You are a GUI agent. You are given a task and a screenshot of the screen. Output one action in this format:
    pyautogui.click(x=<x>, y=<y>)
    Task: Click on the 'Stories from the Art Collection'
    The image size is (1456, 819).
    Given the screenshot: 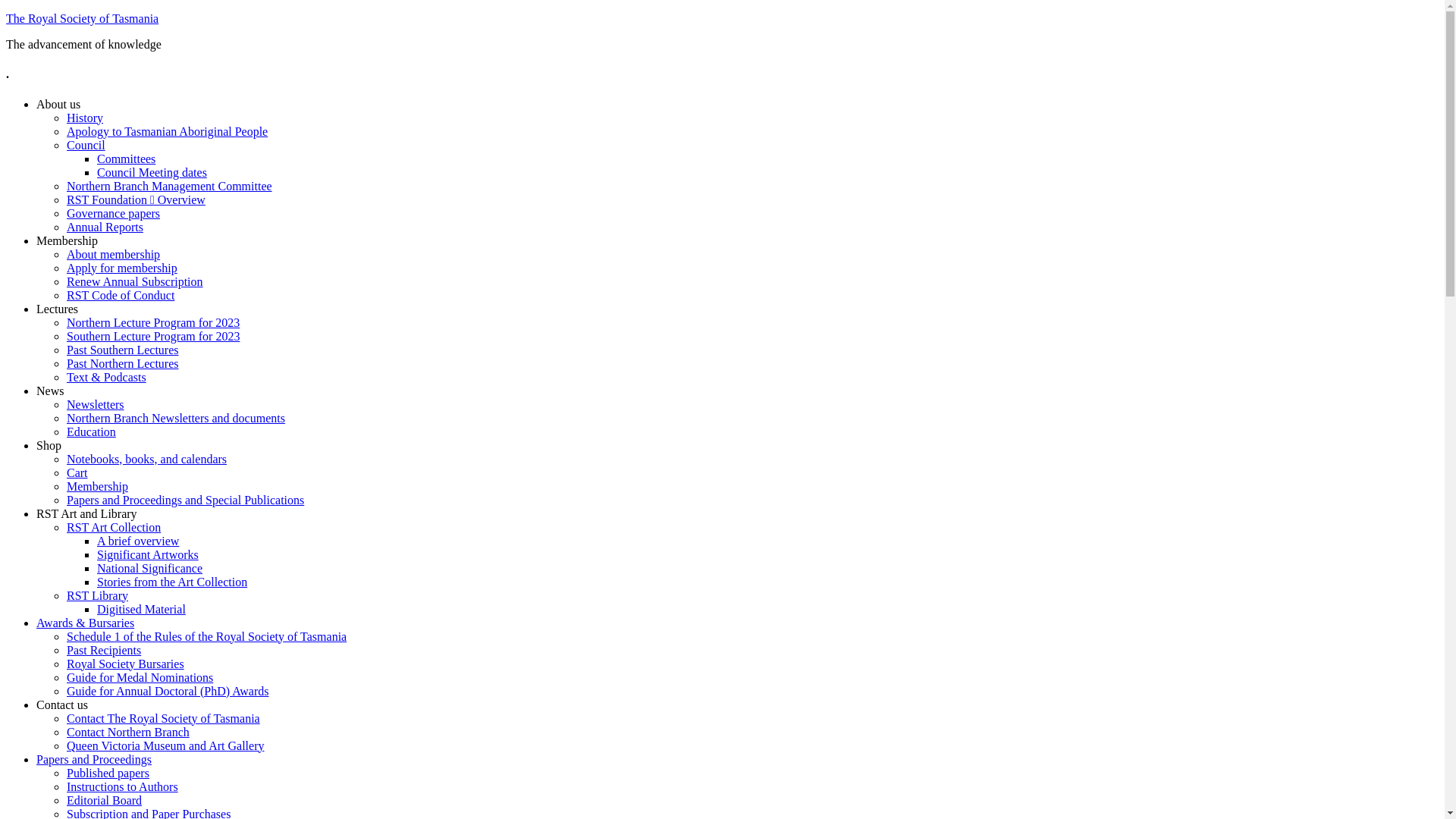 What is the action you would take?
    pyautogui.click(x=171, y=581)
    